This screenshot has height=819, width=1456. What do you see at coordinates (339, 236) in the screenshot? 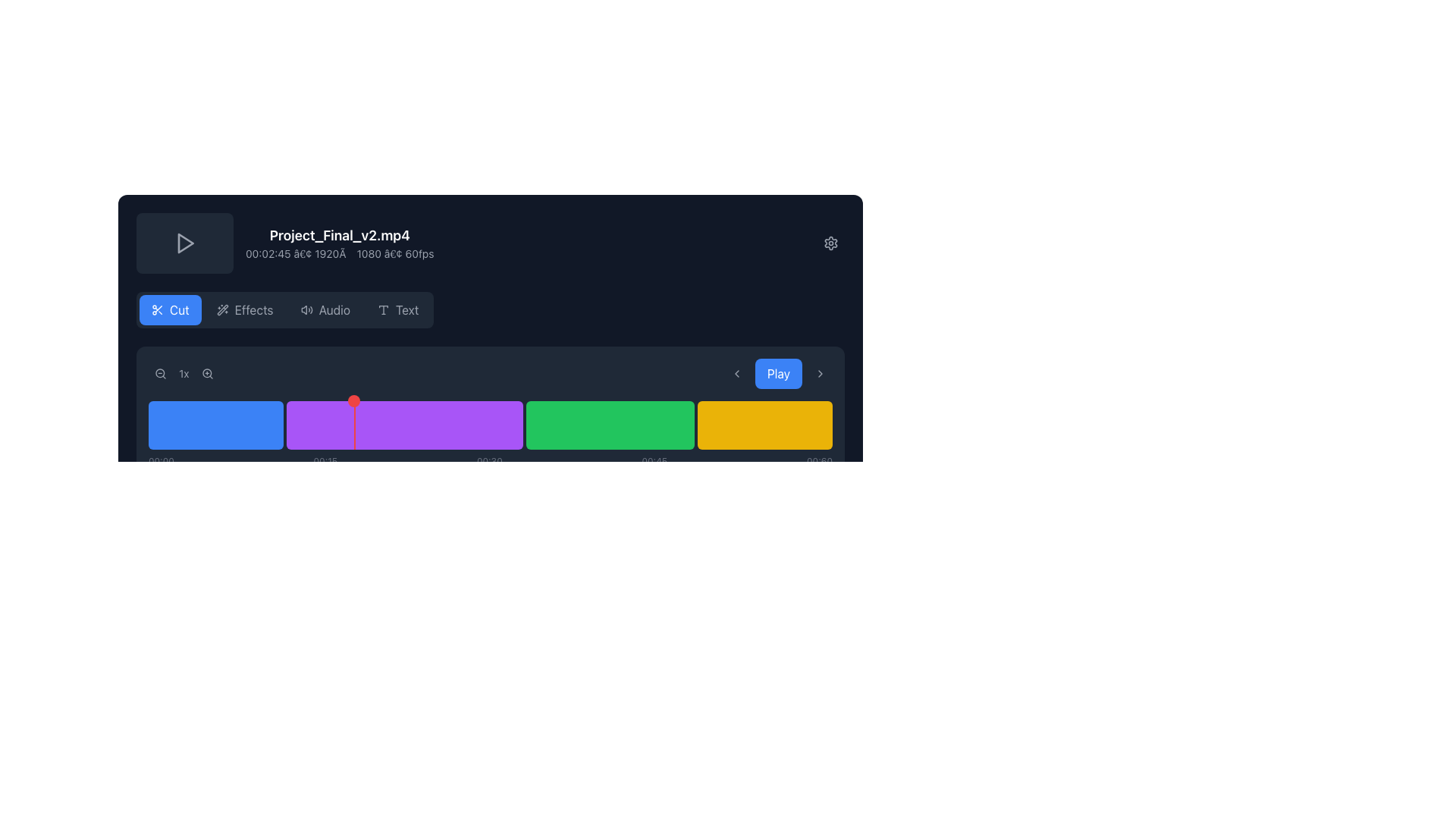
I see `the text label displaying 'Project_Final_v2.mp4', which is styled with a large, bold white font and located at the top center of the interface` at bounding box center [339, 236].